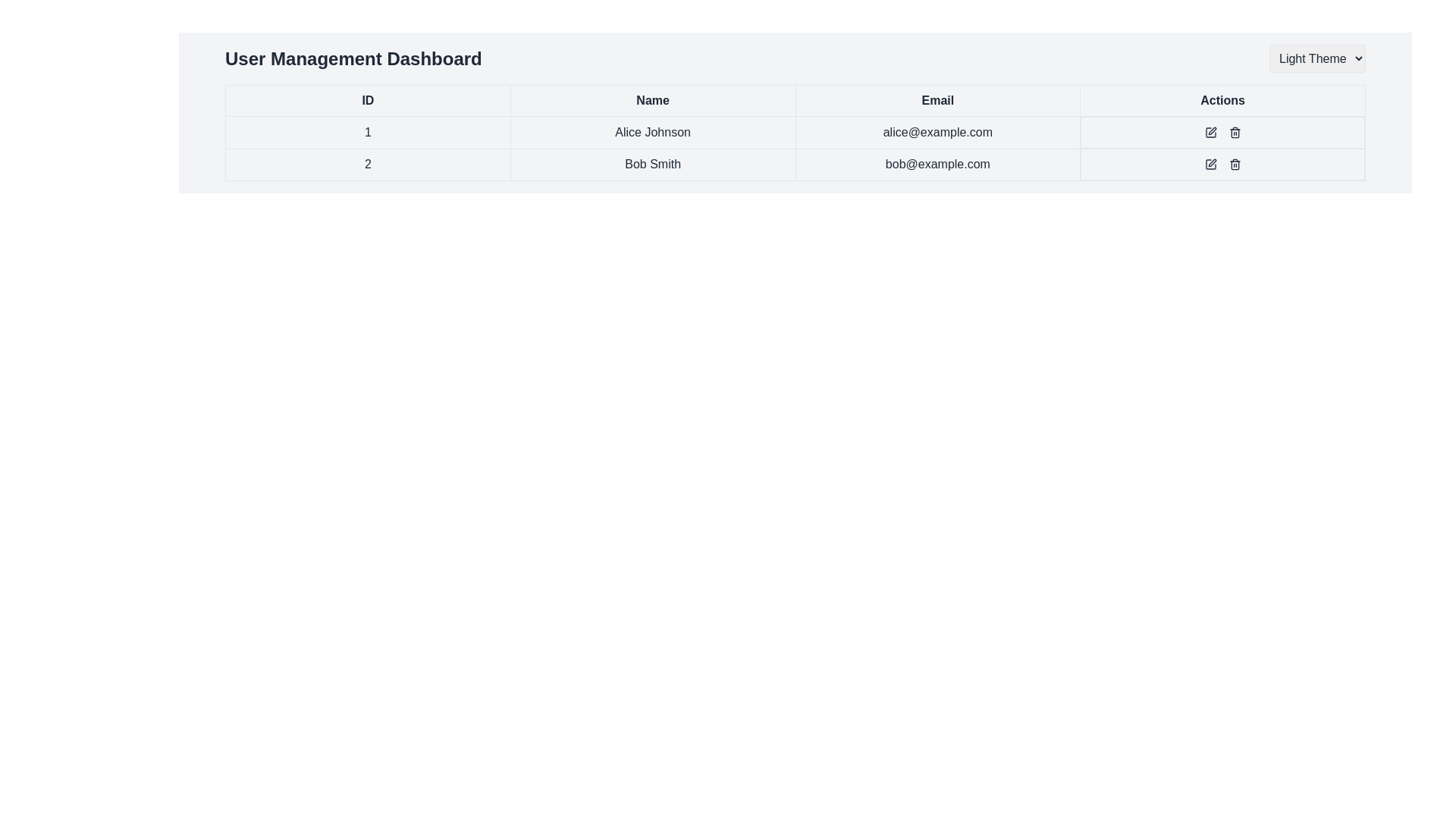 This screenshot has height=819, width=1456. I want to click on the delete Icon button in the Actions column of the second row, so click(1235, 164).